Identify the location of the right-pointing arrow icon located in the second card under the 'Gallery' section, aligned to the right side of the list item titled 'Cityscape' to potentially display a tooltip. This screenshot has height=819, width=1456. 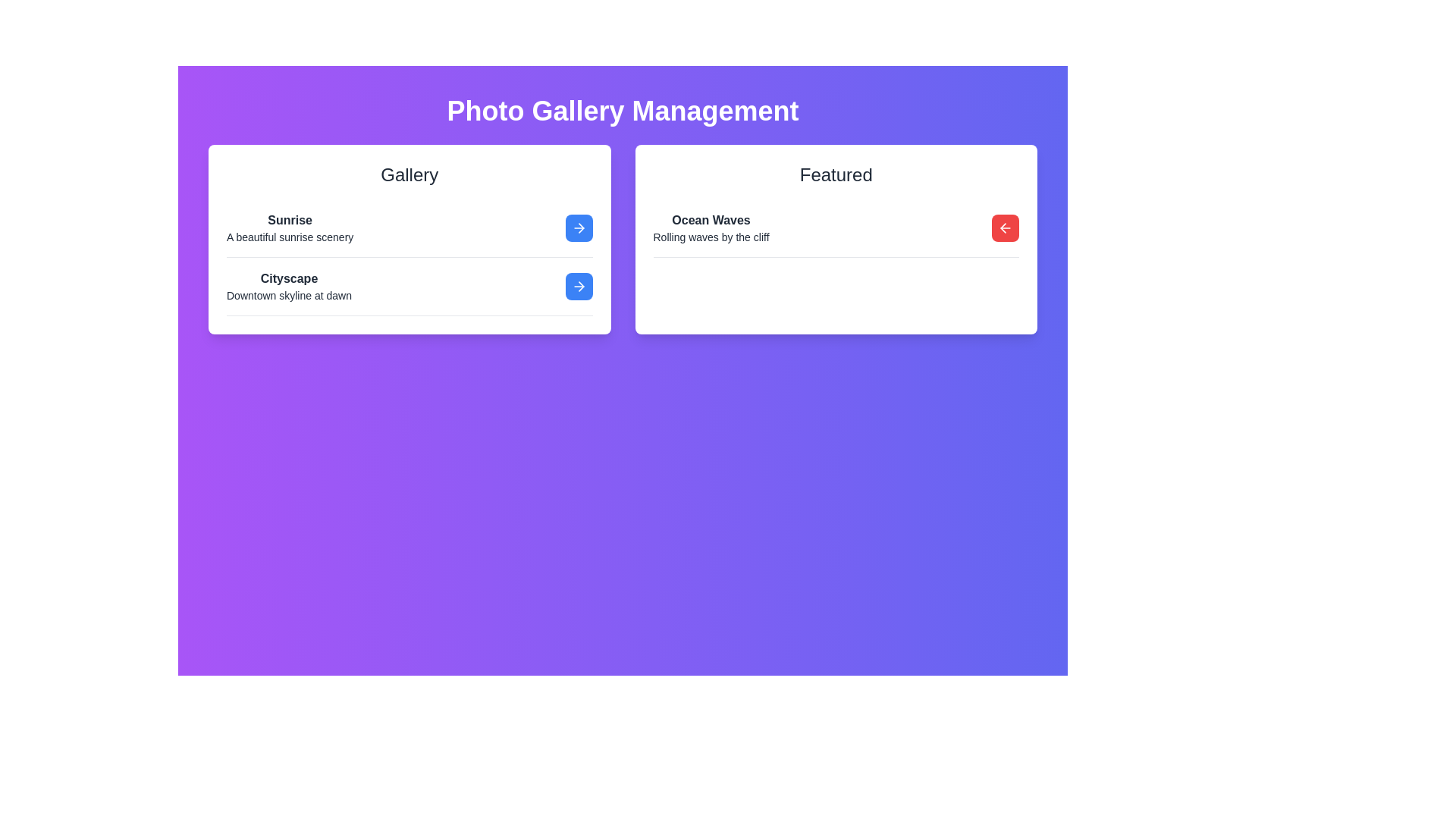
(580, 287).